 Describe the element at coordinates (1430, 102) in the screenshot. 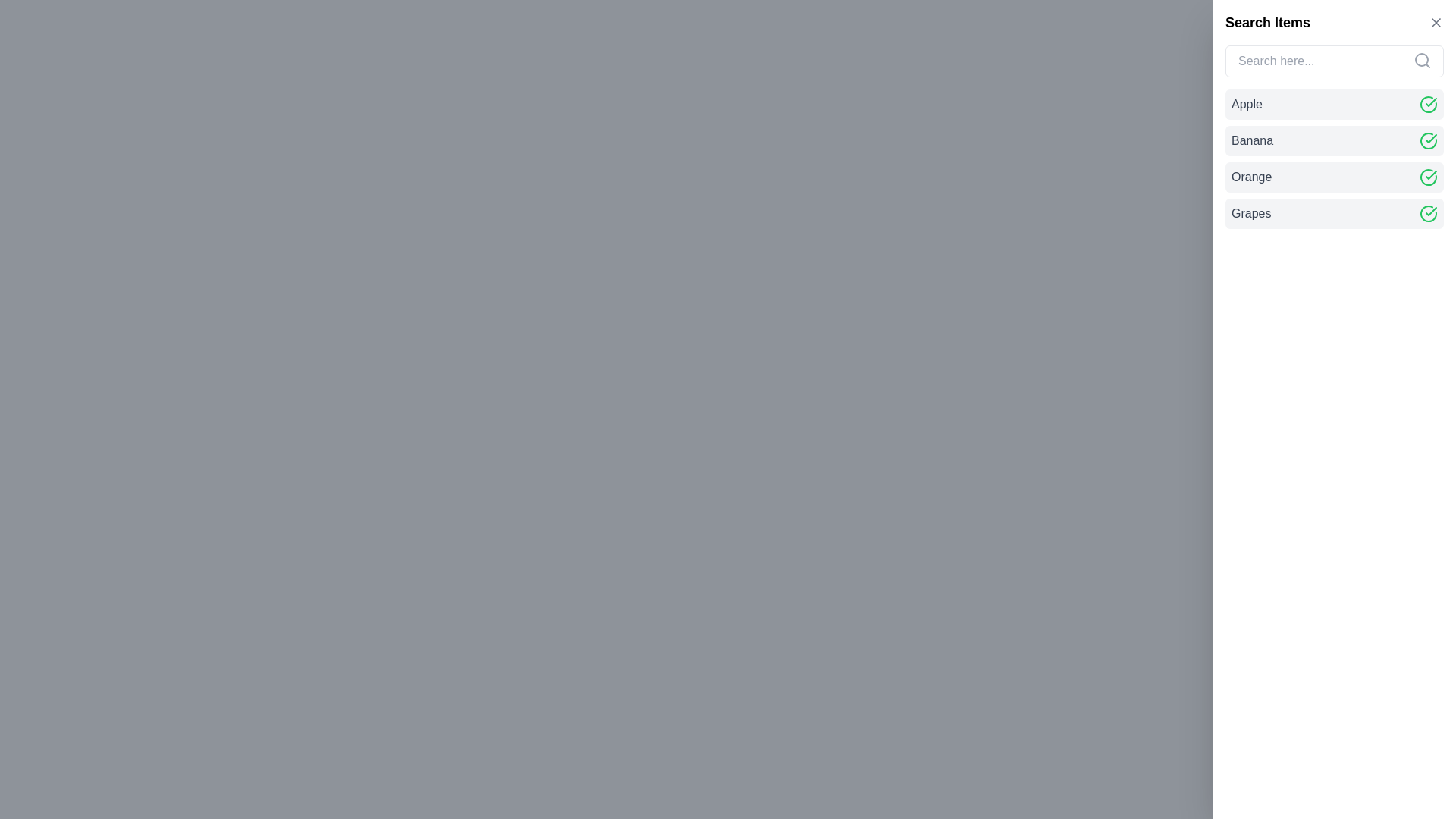

I see `the check mark icon indicating the 'completed' status for the 'Apple' item in the 'Search Items' list on the right sidebar` at that location.